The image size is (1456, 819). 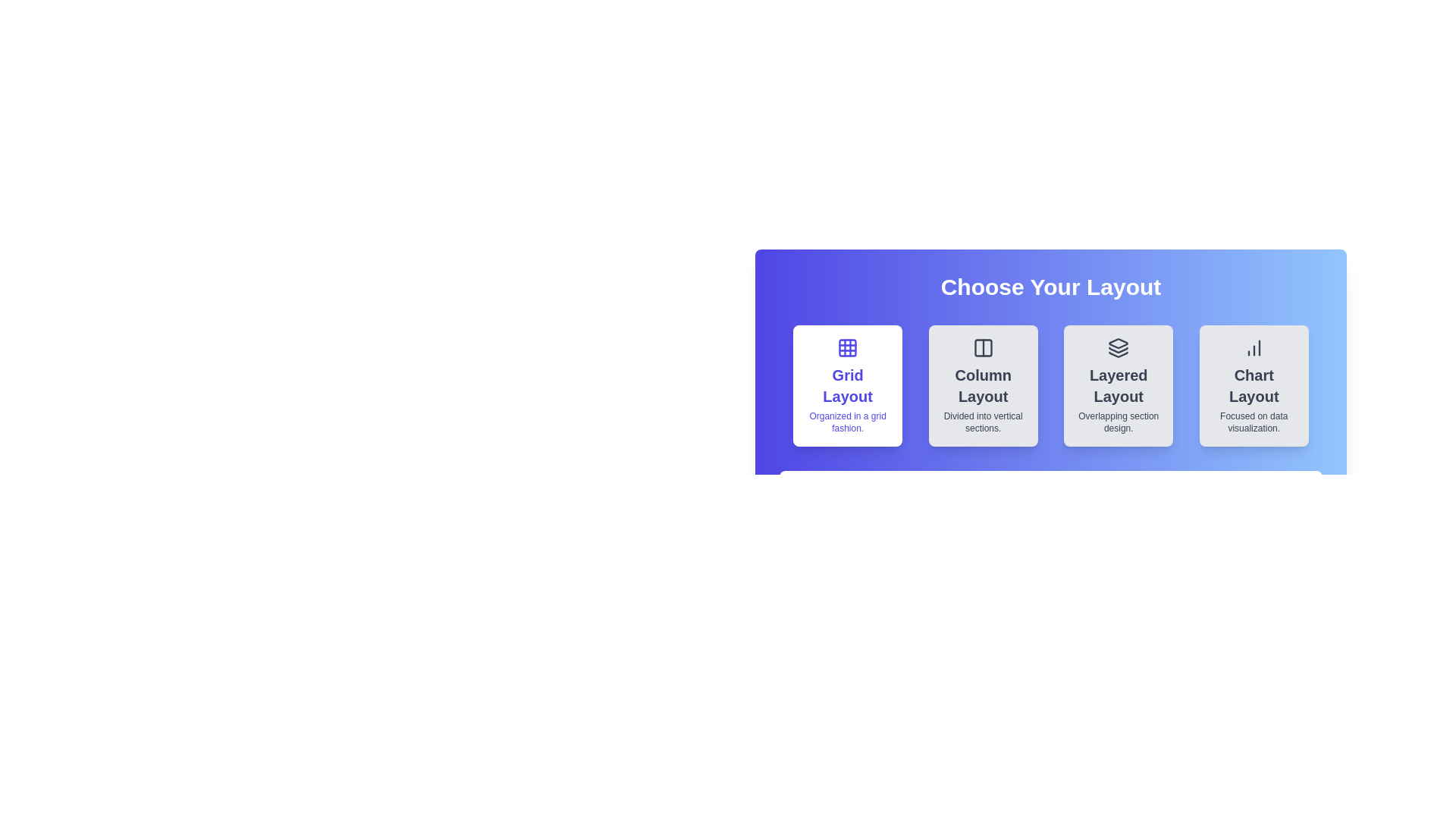 I want to click on the layout button corresponding to Chart Layout, so click(x=1253, y=385).